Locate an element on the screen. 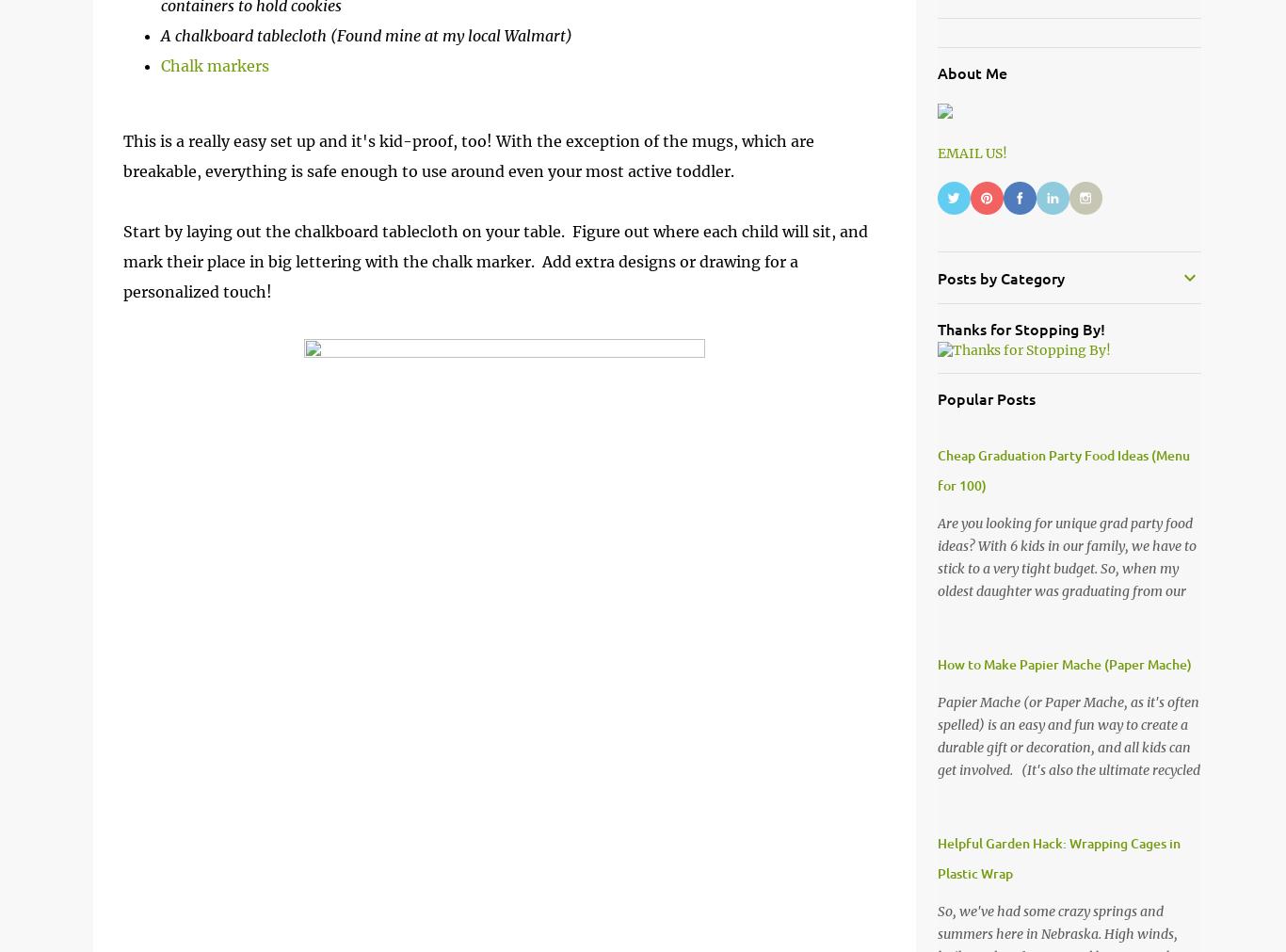  'About Me' is located at coordinates (936, 72).